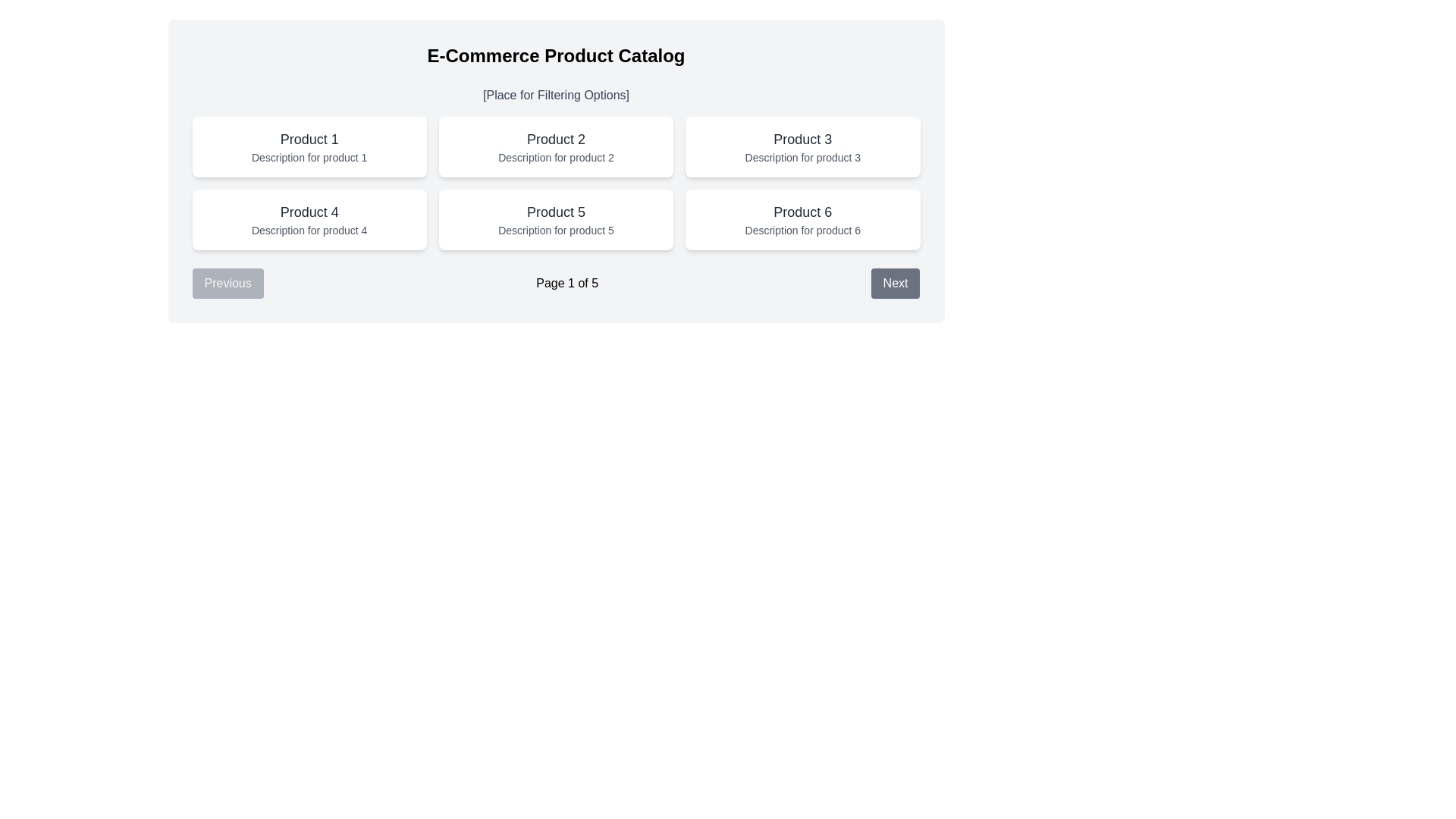 Image resolution: width=1456 pixels, height=819 pixels. I want to click on the text label displaying 'Product 5' in medium-sized gray text, located at the top-center of the fifth card in the grid layout, so click(555, 212).